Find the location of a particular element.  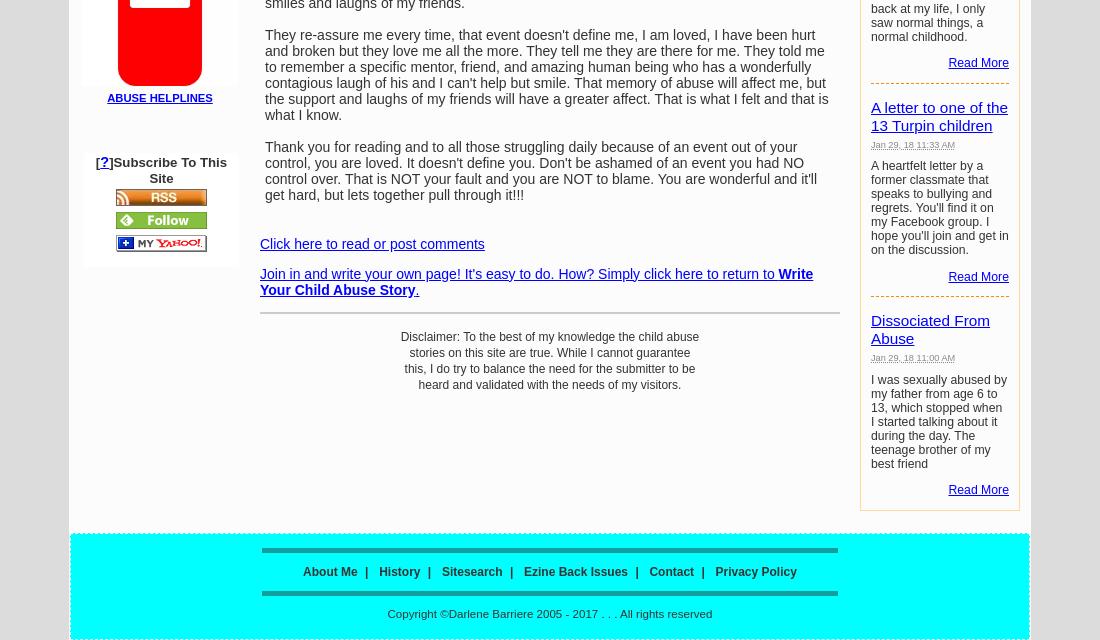

'[' is located at coordinates (95, 162).